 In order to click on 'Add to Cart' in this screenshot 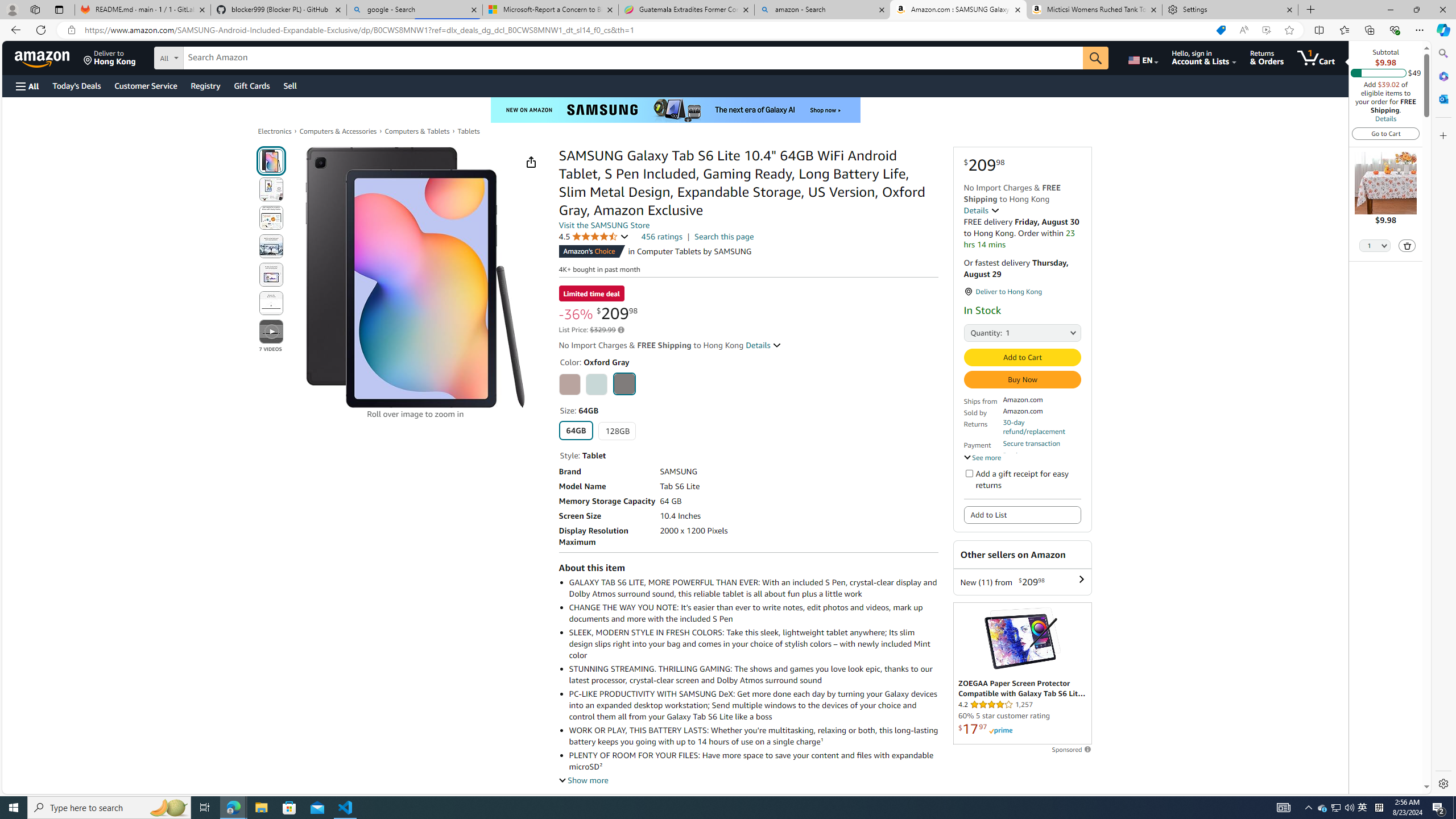, I will do `click(1022, 357)`.